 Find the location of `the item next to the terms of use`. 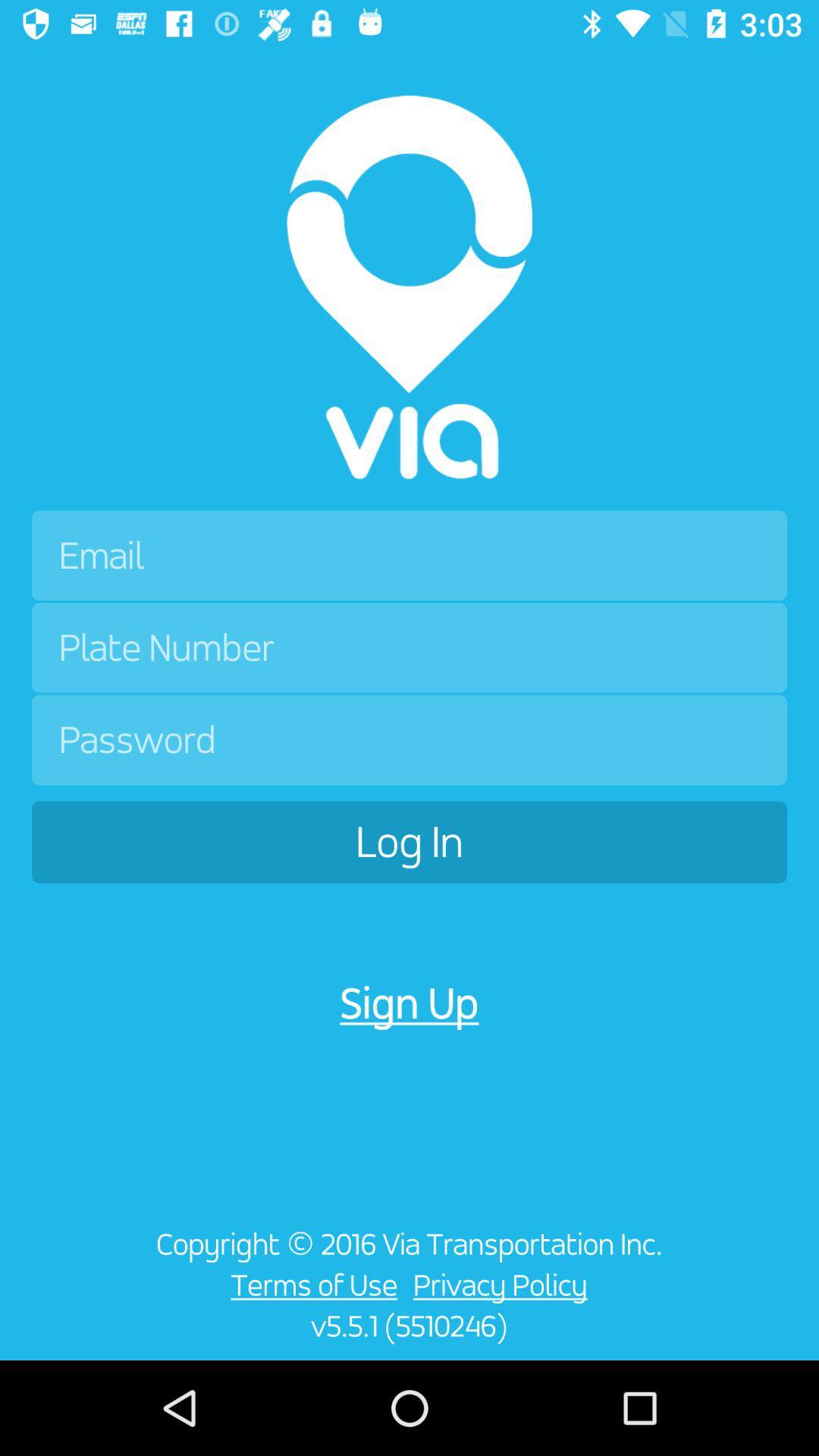

the item next to the terms of use is located at coordinates (504, 1284).